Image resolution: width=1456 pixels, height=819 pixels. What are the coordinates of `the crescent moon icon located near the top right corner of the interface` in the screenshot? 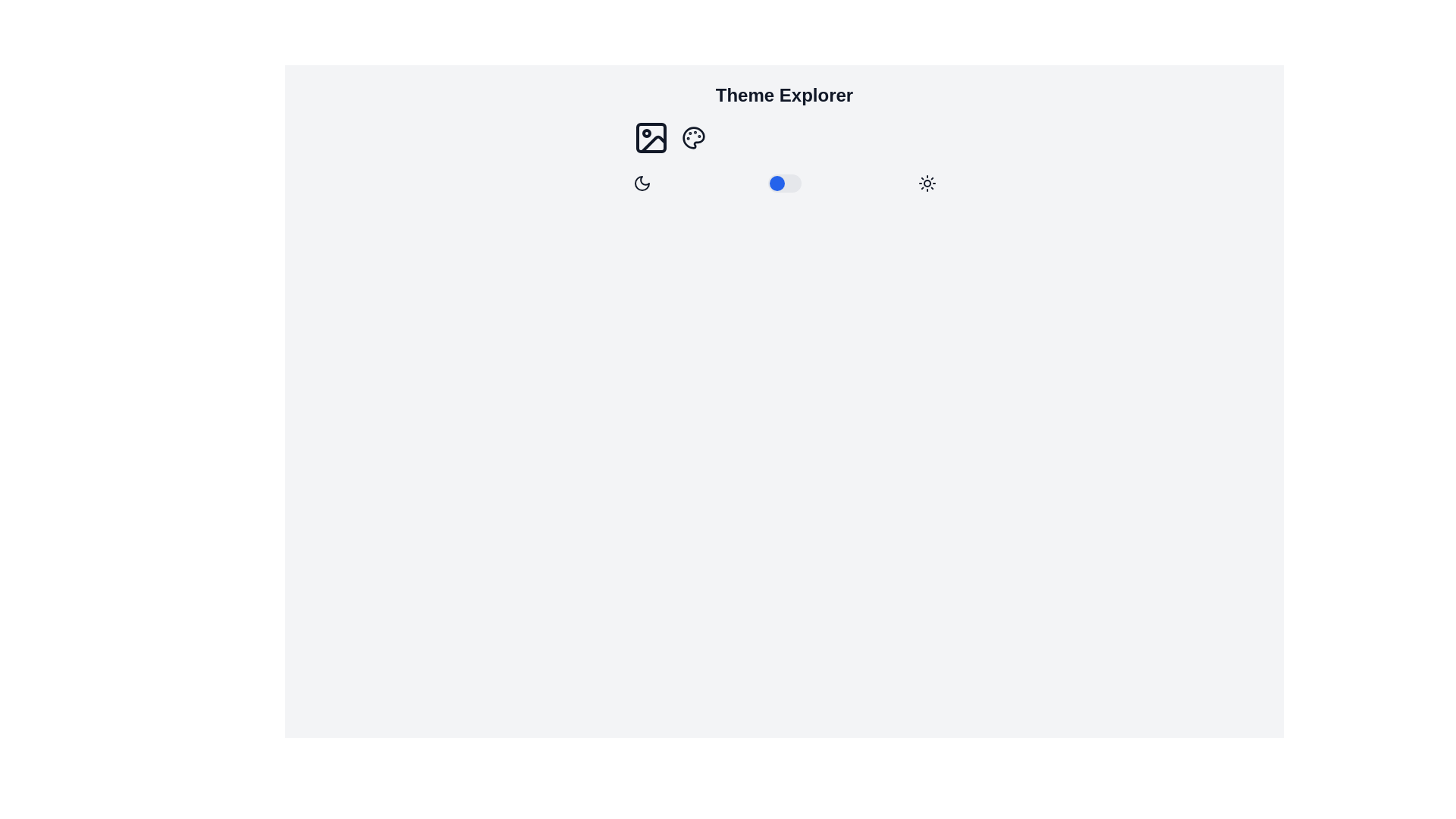 It's located at (642, 183).